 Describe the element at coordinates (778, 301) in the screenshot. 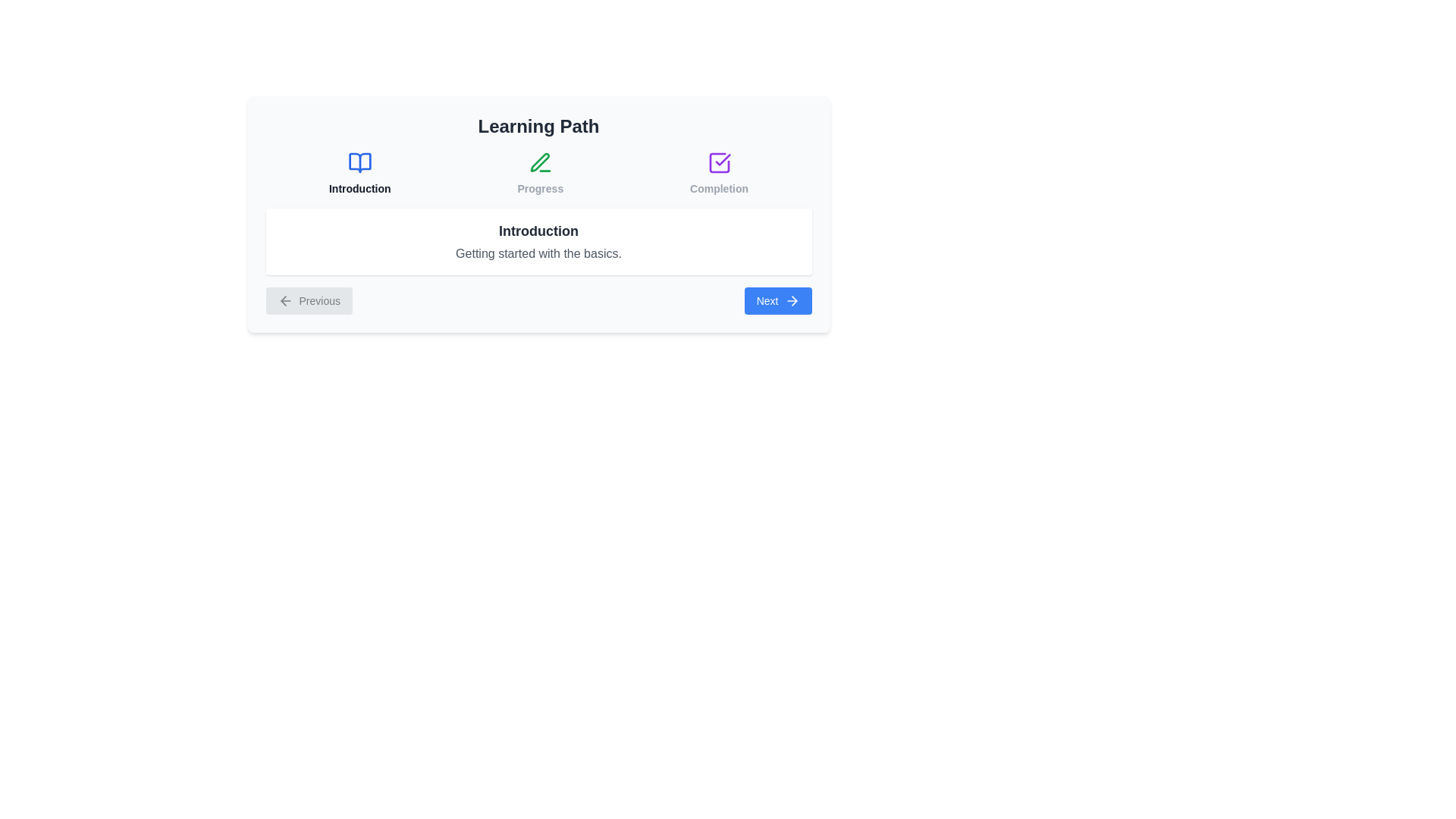

I see `the 'Next' button to navigate to the next topic` at that location.